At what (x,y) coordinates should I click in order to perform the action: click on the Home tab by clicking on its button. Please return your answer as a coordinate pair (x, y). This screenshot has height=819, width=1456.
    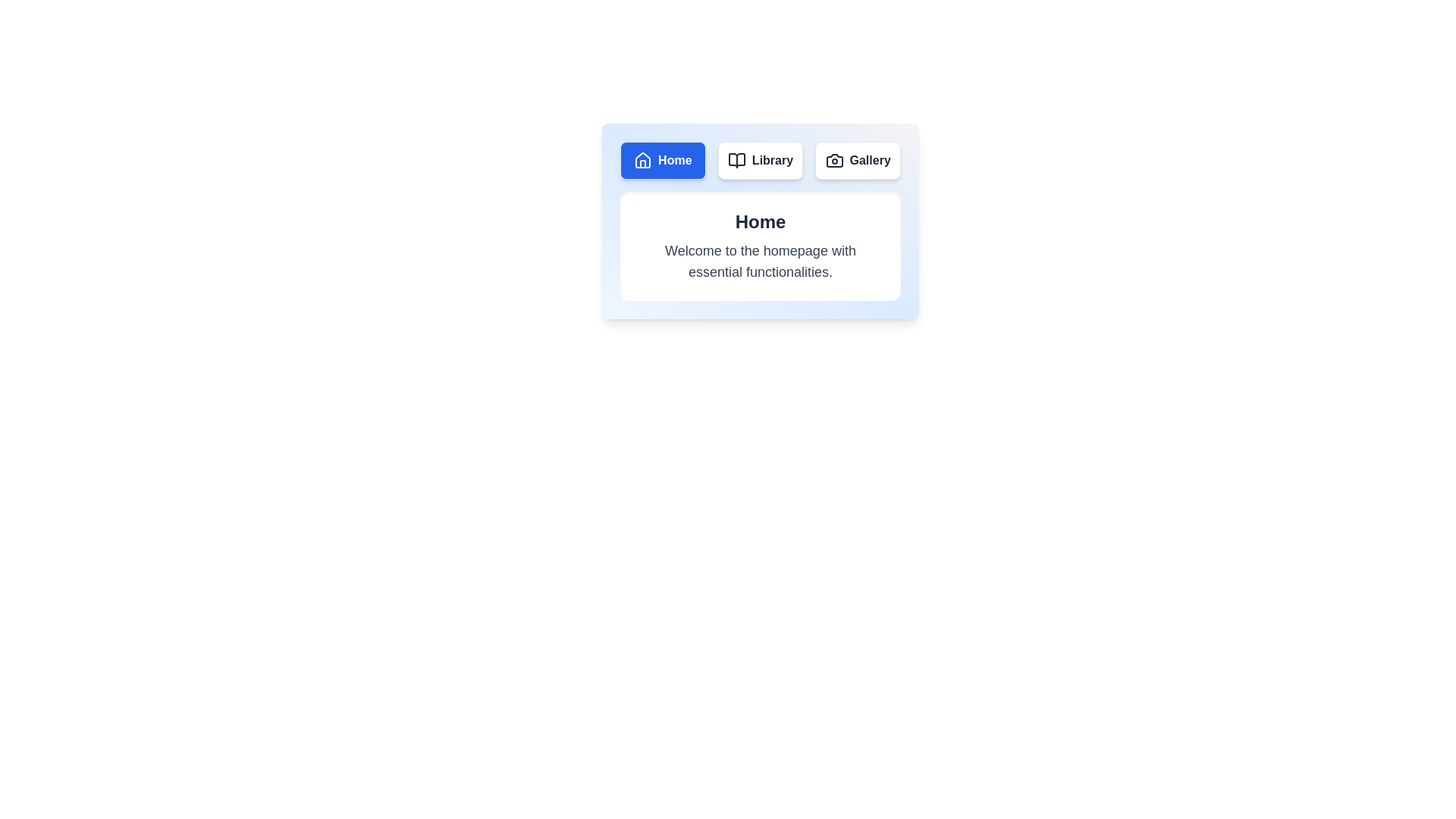
    Looking at the image, I should click on (662, 161).